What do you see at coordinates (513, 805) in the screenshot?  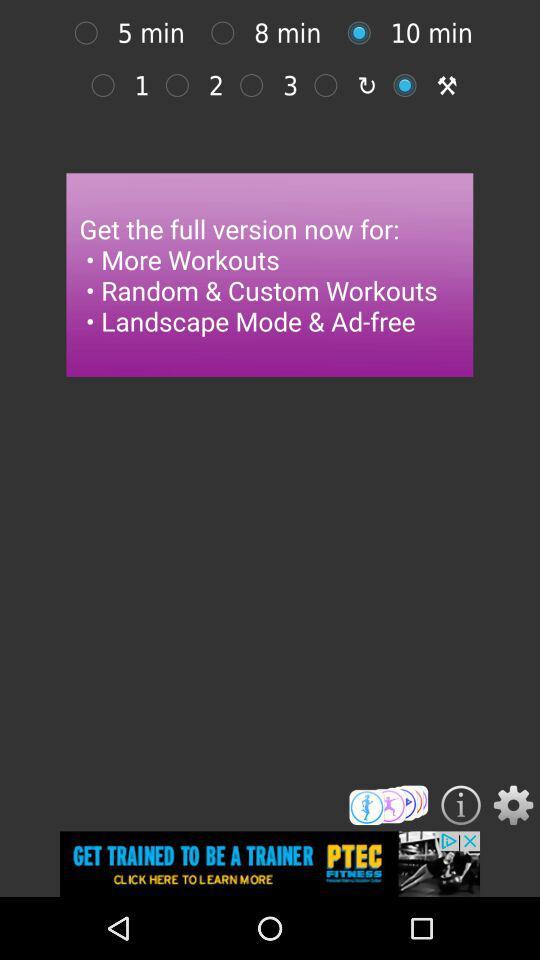 I see `setting` at bounding box center [513, 805].